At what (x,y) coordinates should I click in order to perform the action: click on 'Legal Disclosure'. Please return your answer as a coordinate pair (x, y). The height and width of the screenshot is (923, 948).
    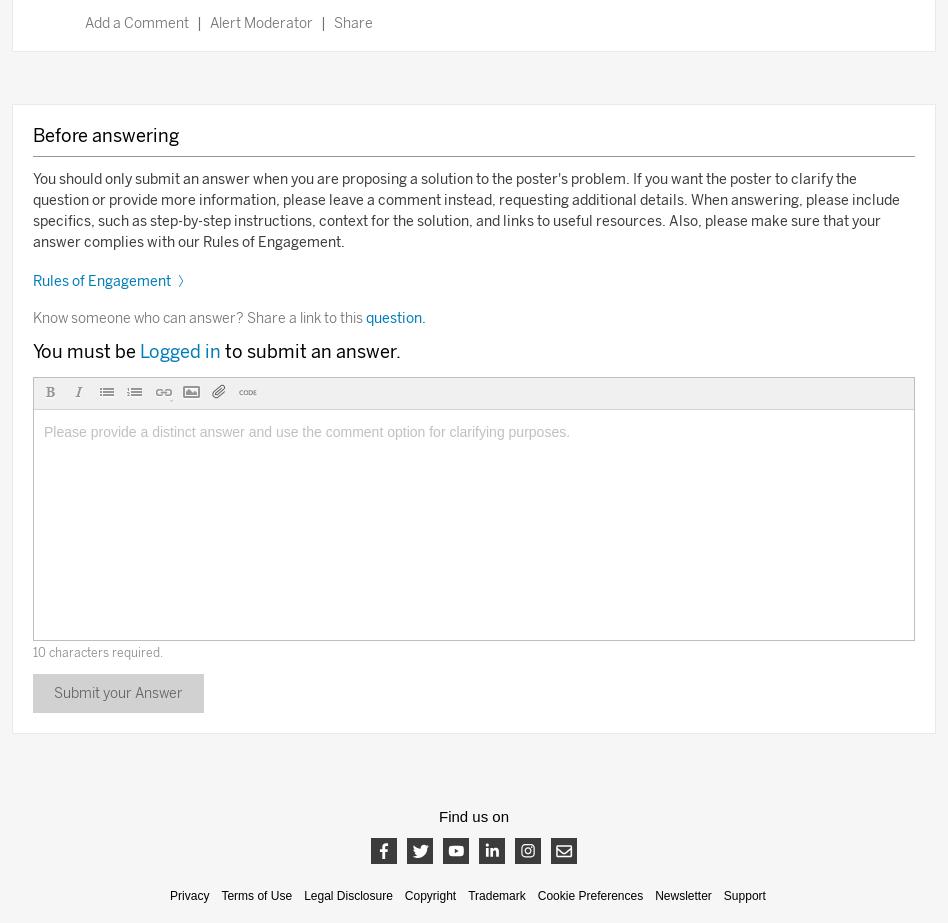
    Looking at the image, I should click on (348, 894).